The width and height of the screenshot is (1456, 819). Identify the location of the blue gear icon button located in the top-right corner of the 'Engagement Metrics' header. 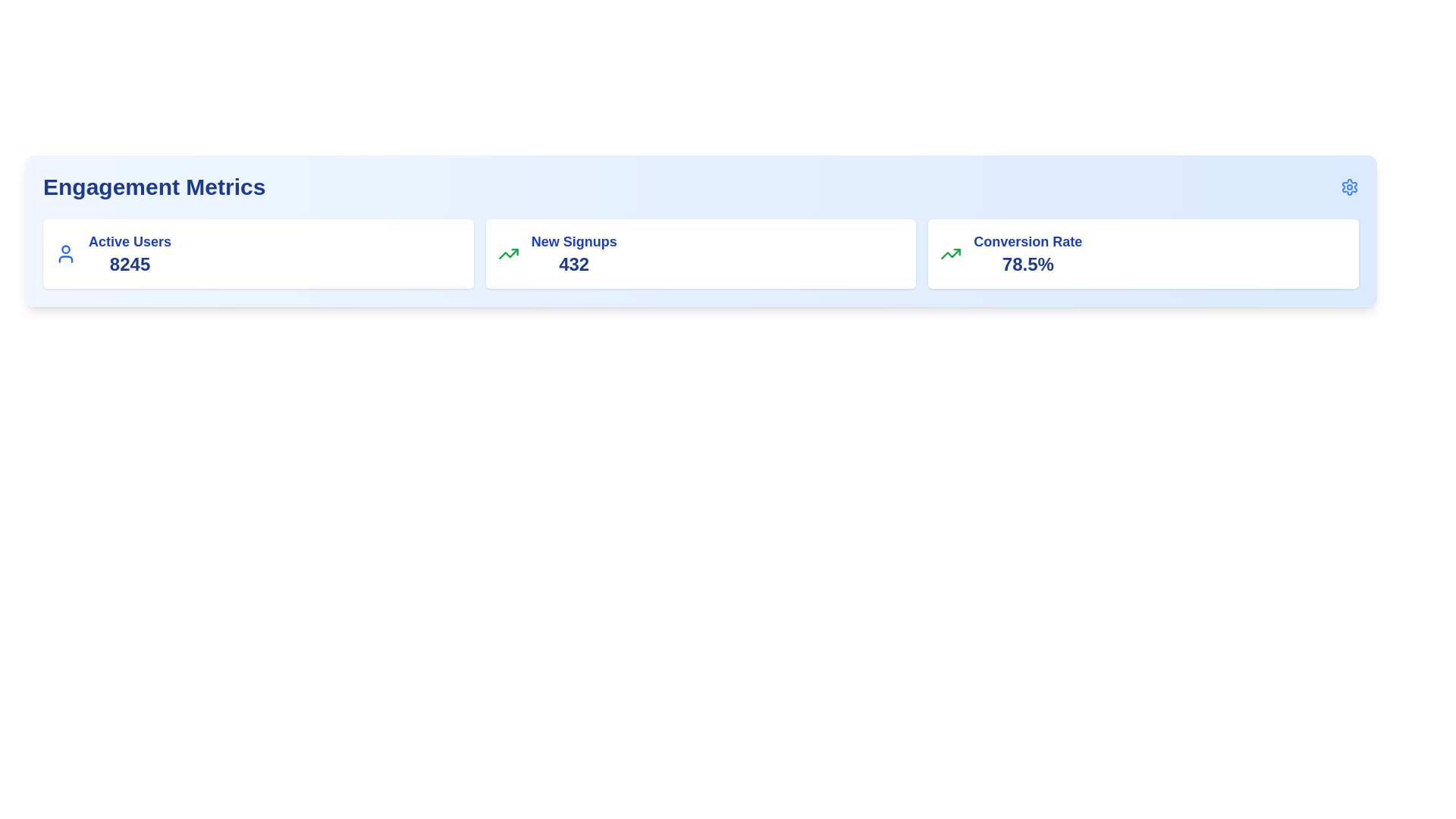
(1350, 186).